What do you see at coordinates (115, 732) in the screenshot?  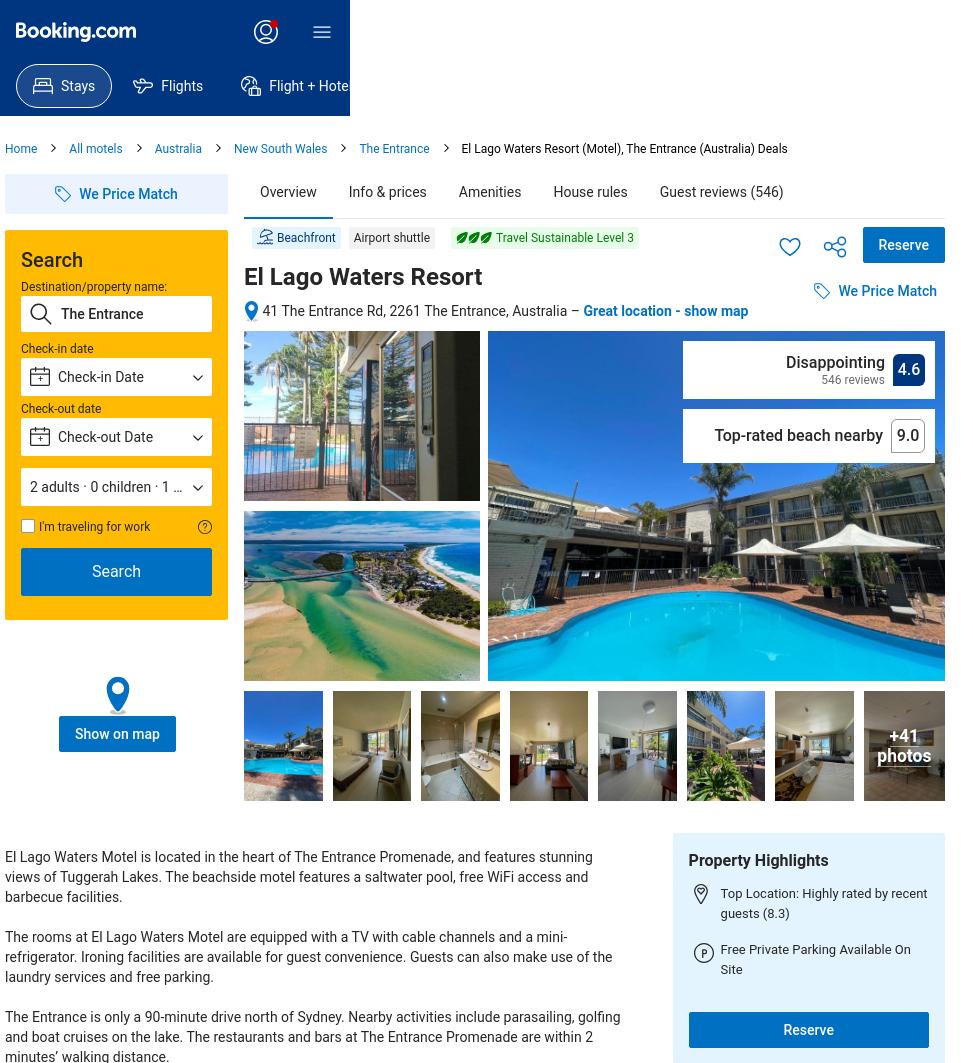 I see `'Show on map'` at bounding box center [115, 732].